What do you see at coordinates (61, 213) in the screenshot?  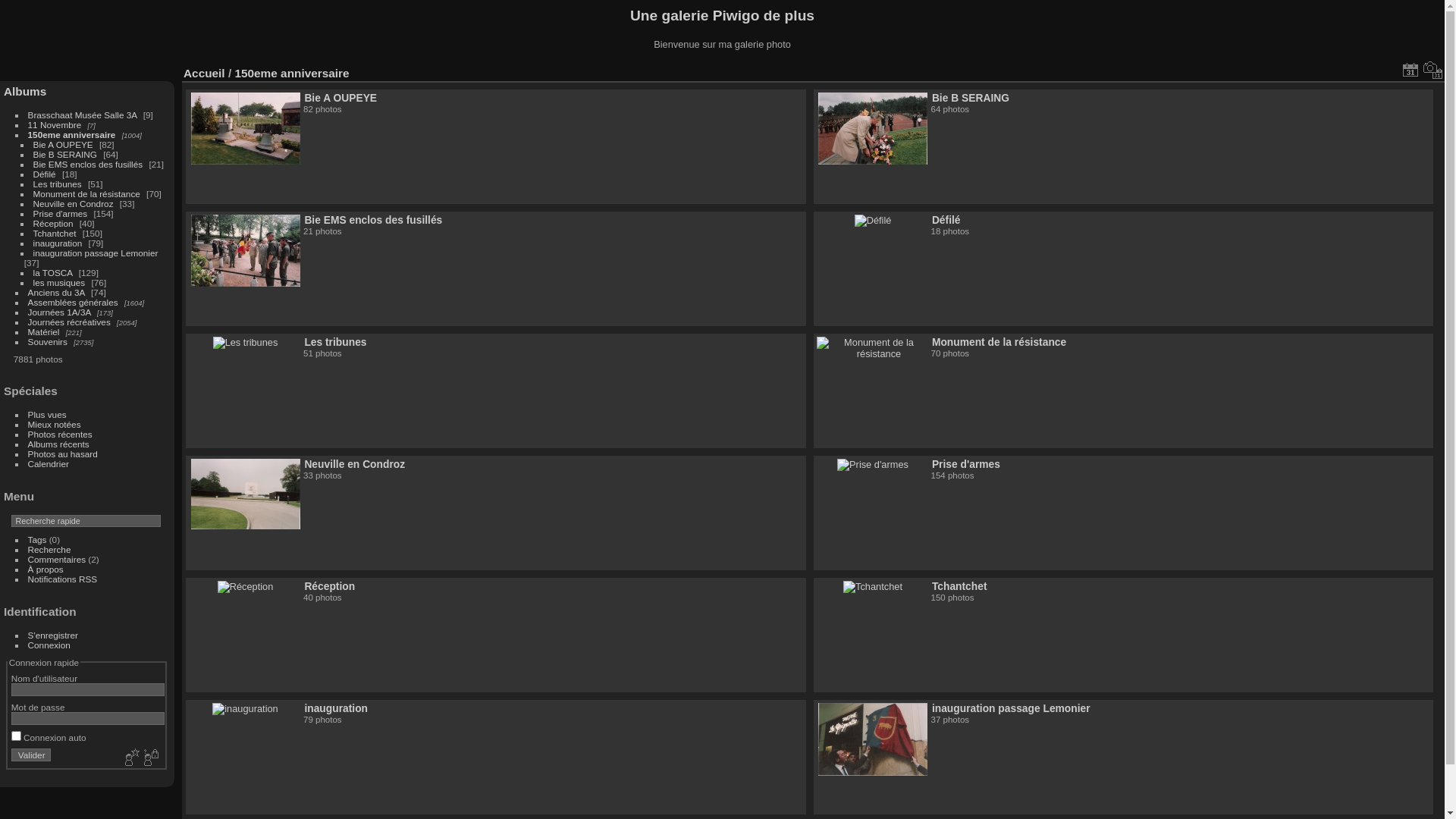 I see `'Prise d'armes'` at bounding box center [61, 213].